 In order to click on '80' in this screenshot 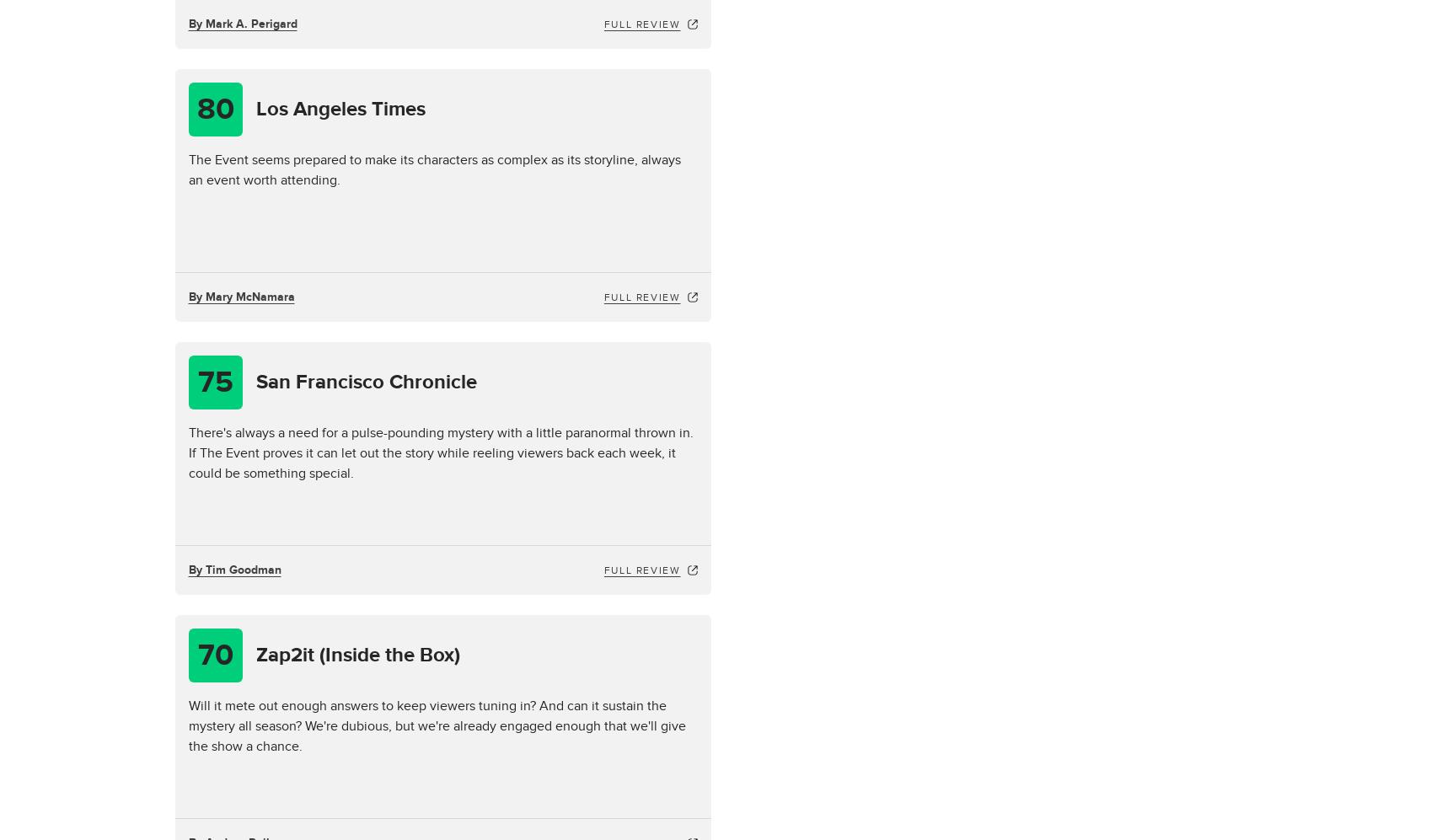, I will do `click(196, 110)`.